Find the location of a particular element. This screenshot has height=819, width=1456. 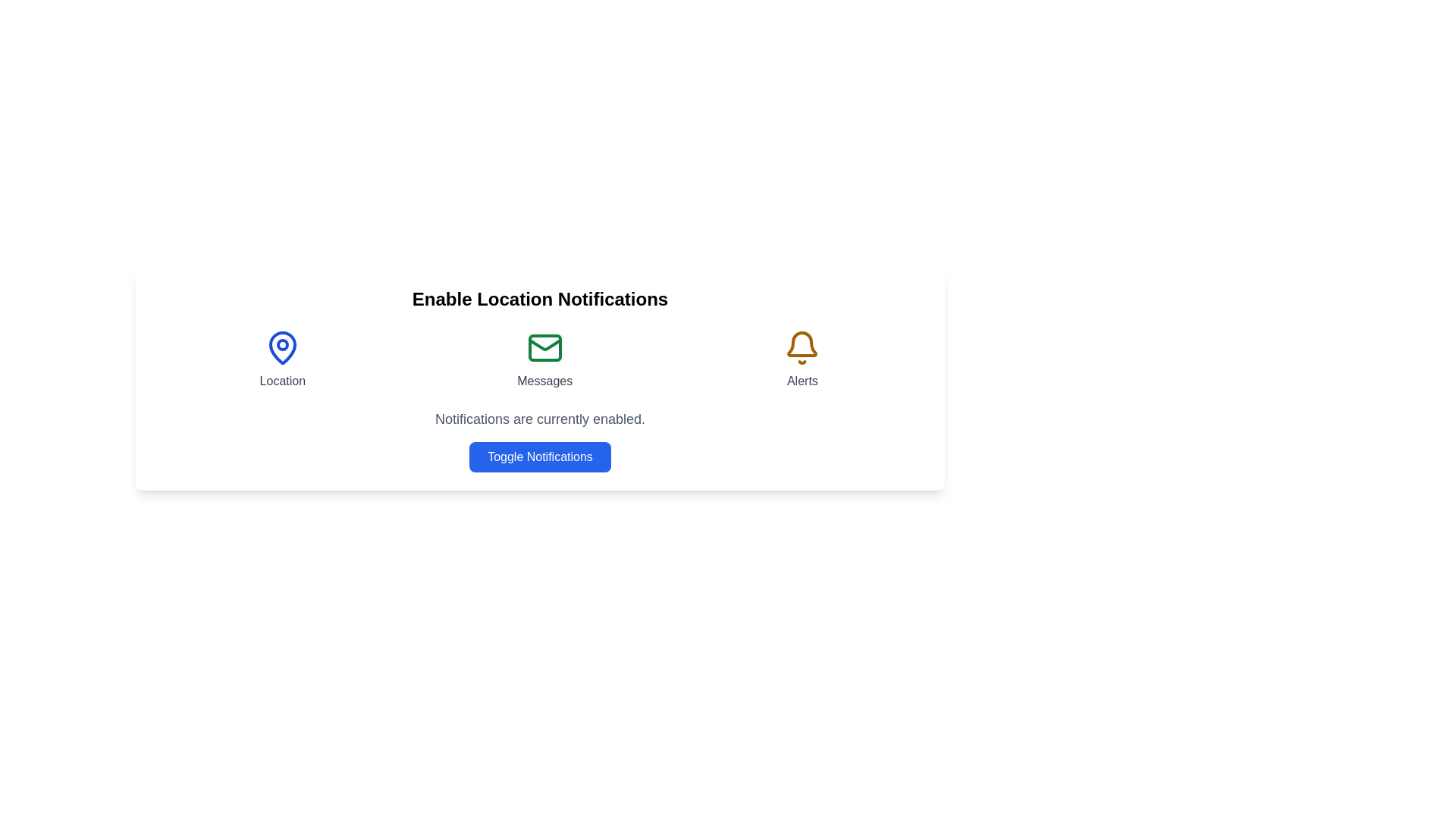

the upper rectangular part of the envelope icon within the 'Messages' section of the UI is located at coordinates (544, 348).